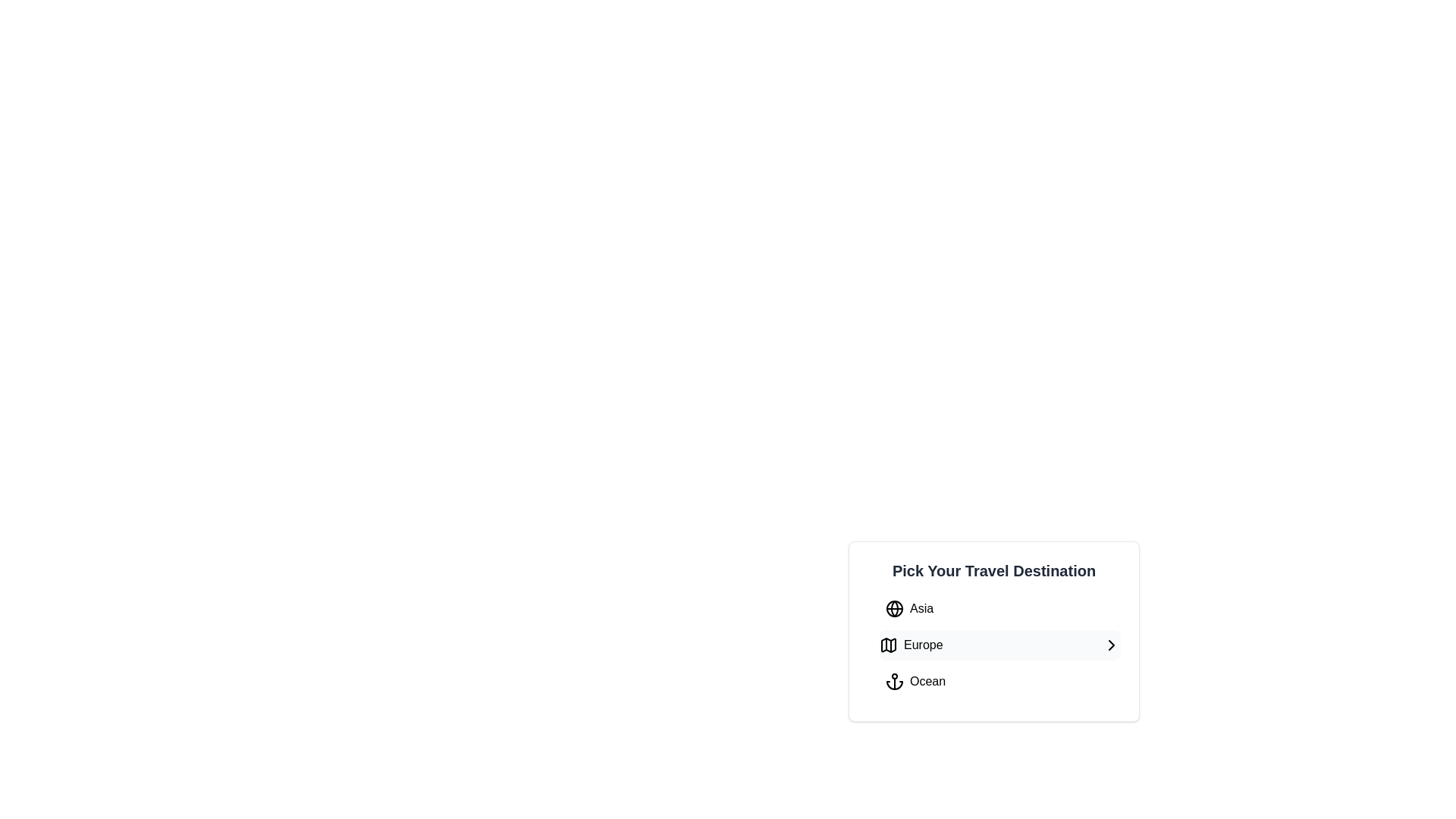  Describe the element at coordinates (888, 645) in the screenshot. I see `the small outlined icon resembling a map, which is located immediately to the left of the text label 'Europe' in the 'Pick Your Travel Destination' section` at that location.